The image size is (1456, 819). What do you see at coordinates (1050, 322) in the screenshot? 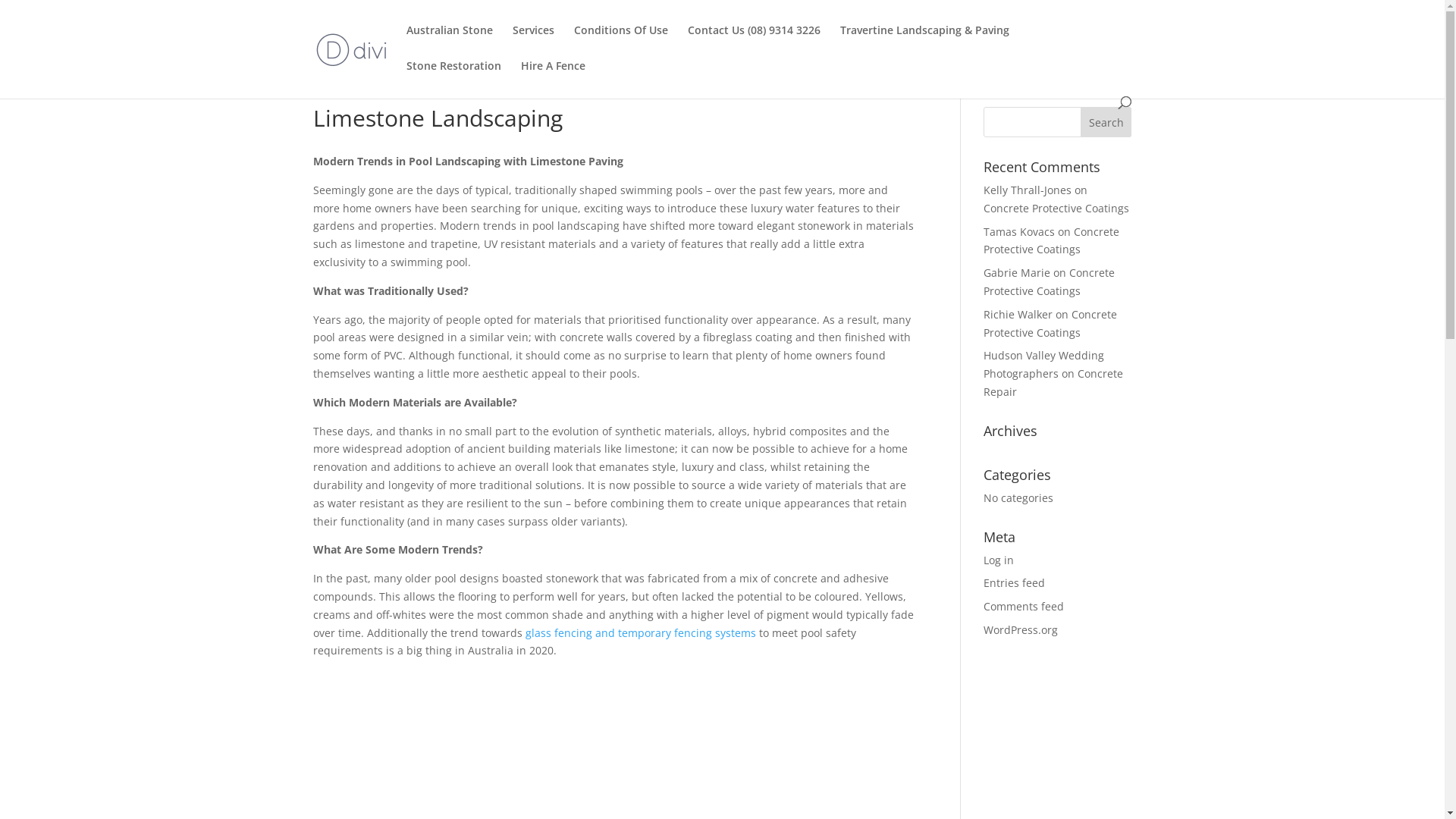
I see `'Concrete Protective Coatings'` at bounding box center [1050, 322].